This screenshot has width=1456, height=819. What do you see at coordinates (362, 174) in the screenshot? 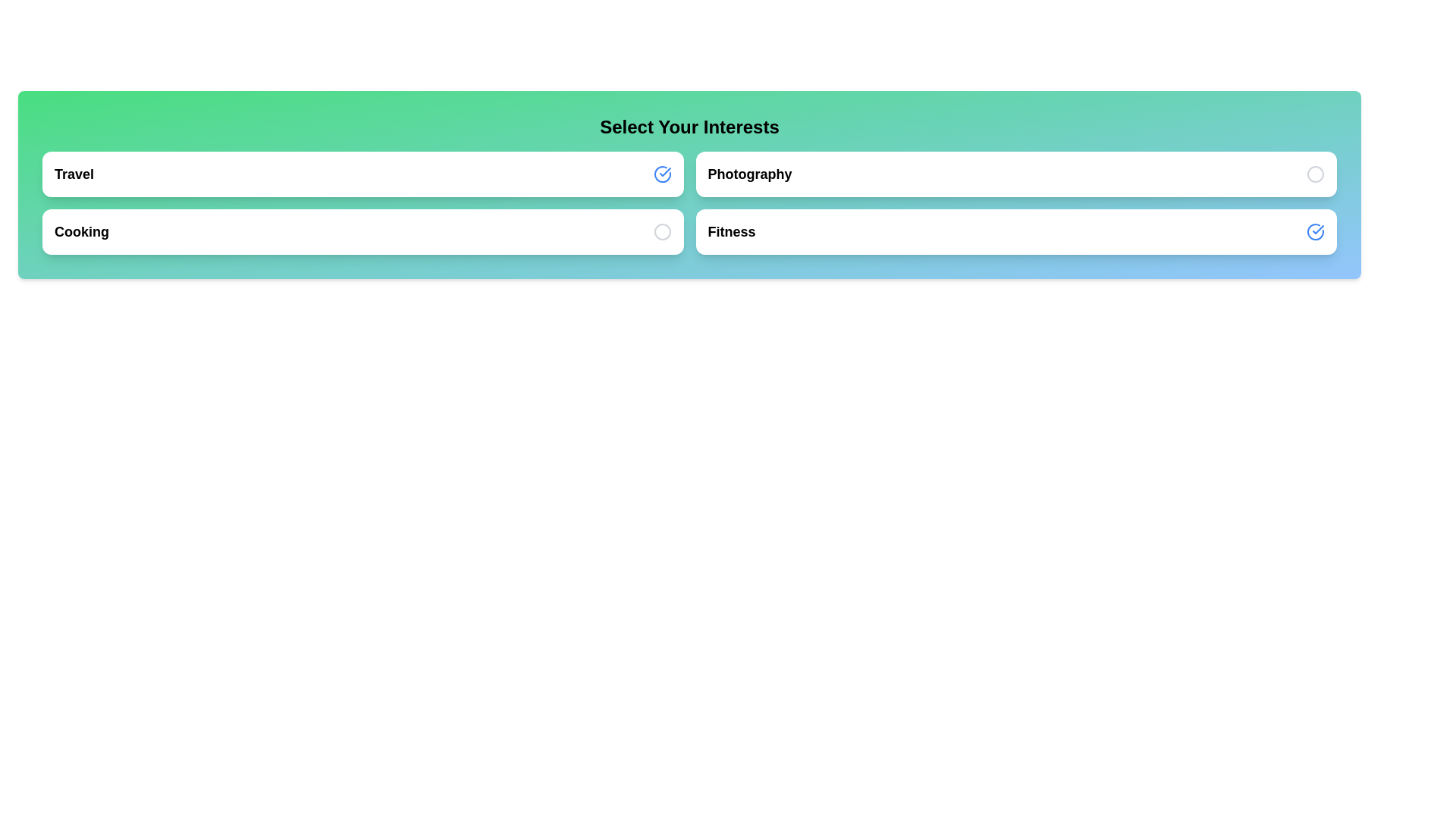
I see `the interest item labeled 'Travel' to toggle its selection state` at bounding box center [362, 174].